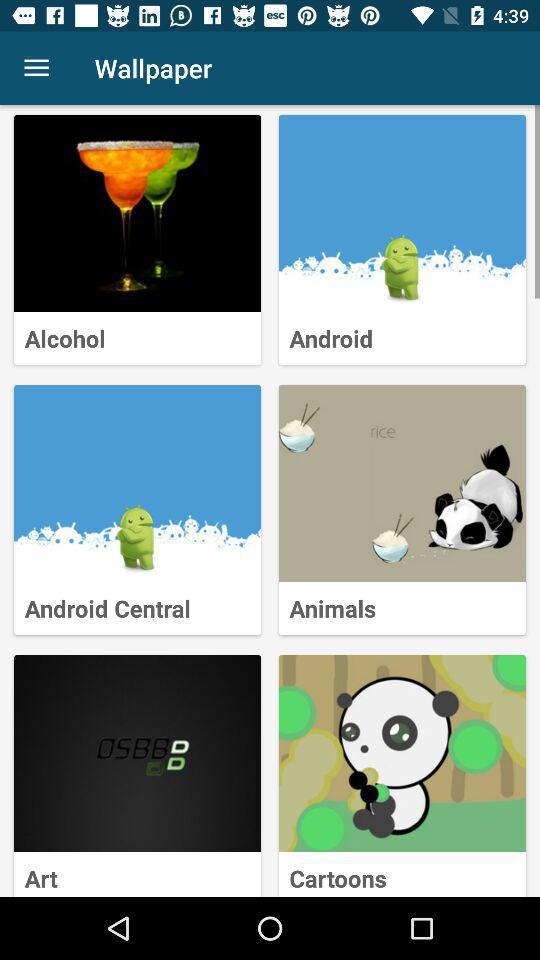  I want to click on pick category, so click(402, 752).